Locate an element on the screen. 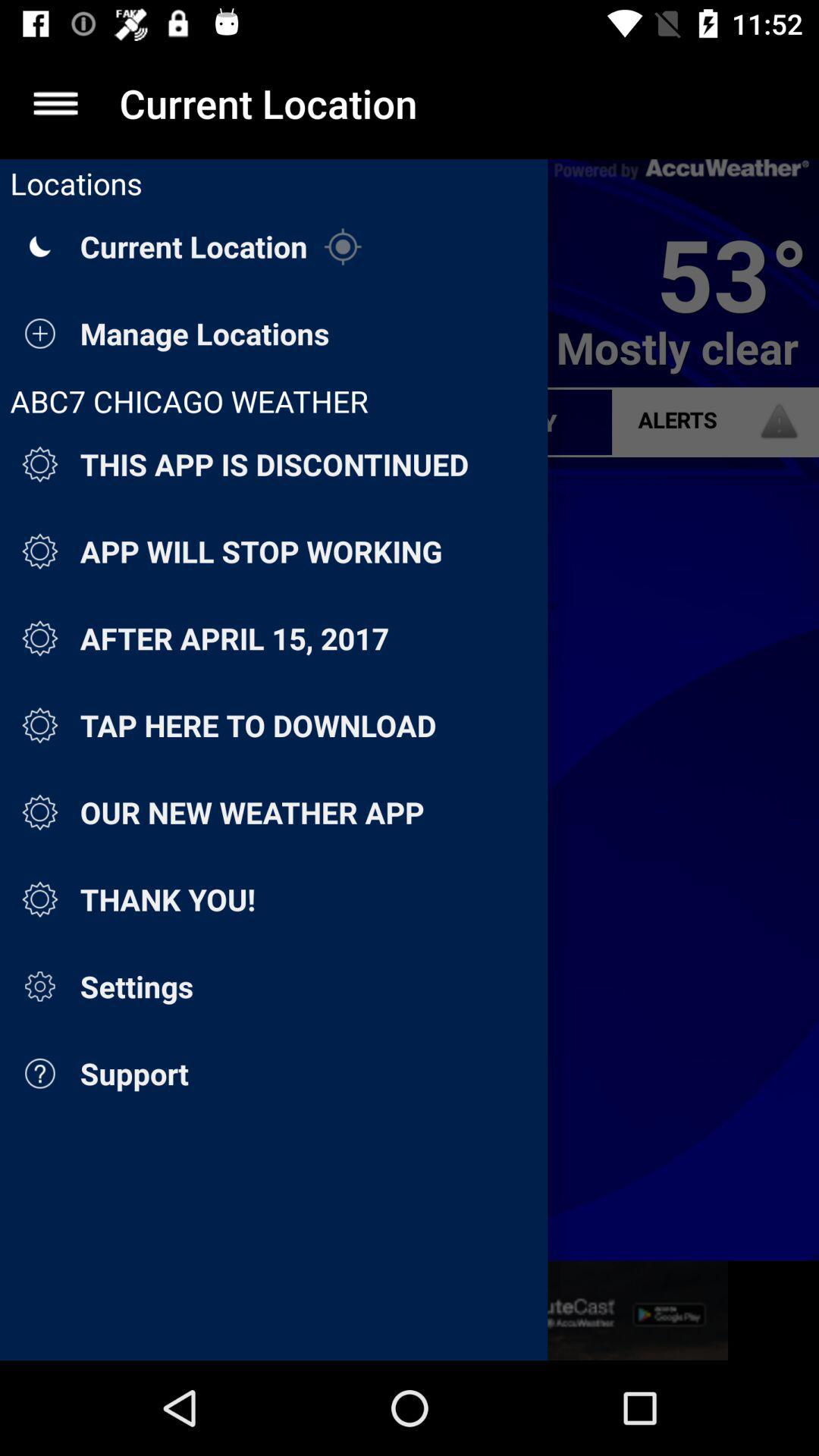  a text powered by accuweather on a page is located at coordinates (680, 170).